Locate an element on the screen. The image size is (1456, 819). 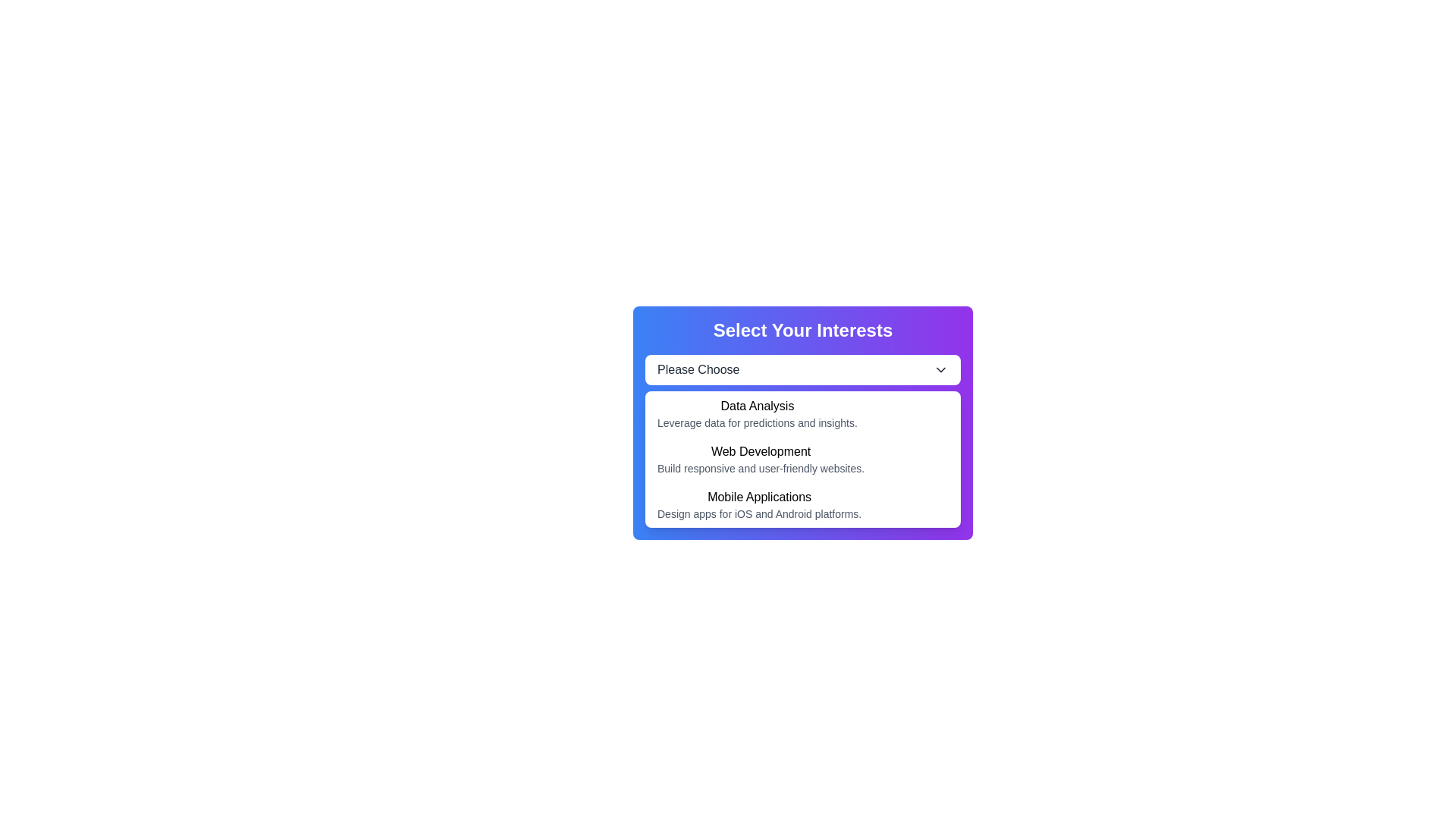
the Dropdown toggle icon located to the right of the 'Please Choose' label is located at coordinates (940, 370).